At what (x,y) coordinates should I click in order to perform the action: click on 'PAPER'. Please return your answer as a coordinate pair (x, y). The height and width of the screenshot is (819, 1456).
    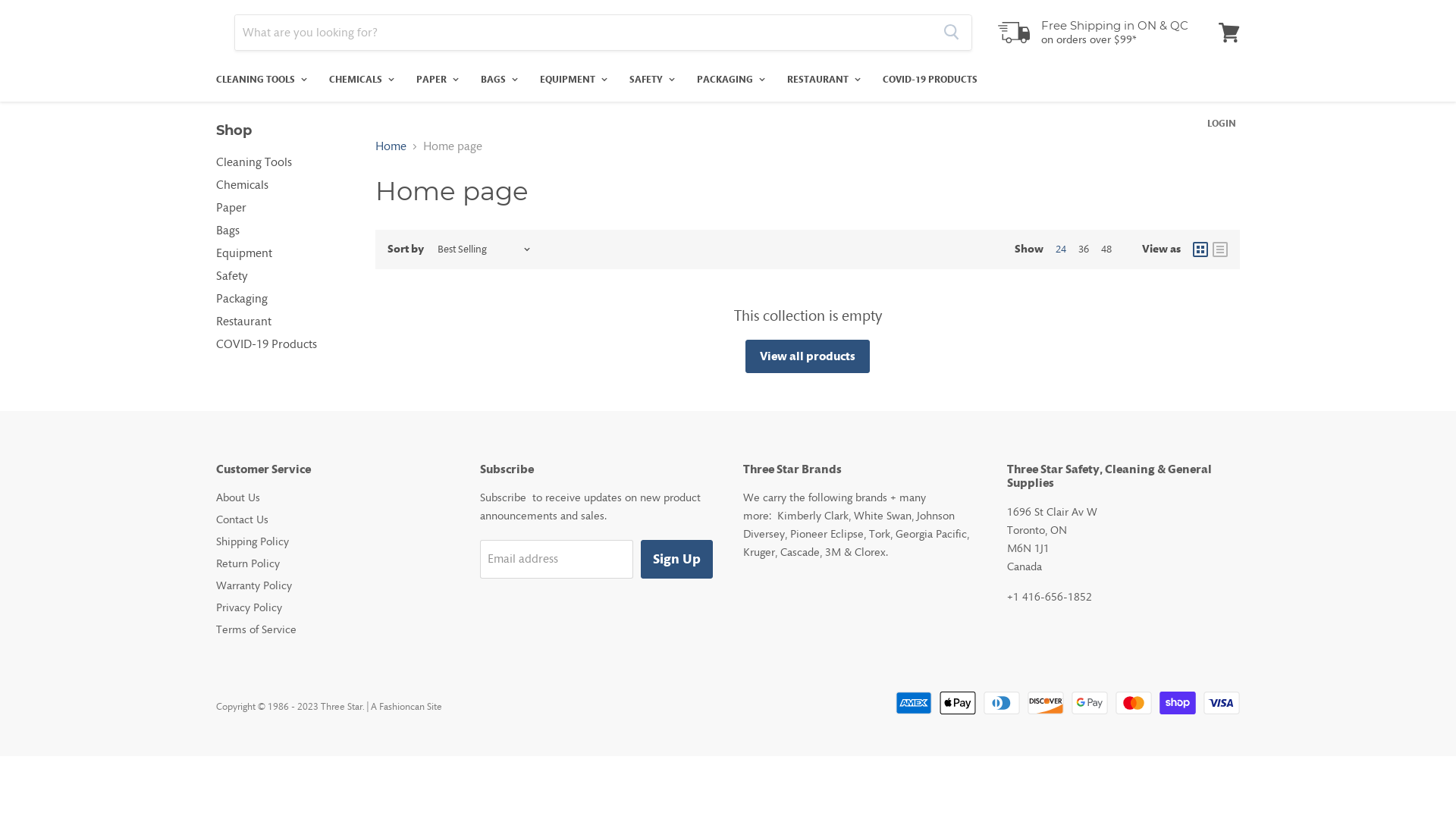
    Looking at the image, I should click on (435, 79).